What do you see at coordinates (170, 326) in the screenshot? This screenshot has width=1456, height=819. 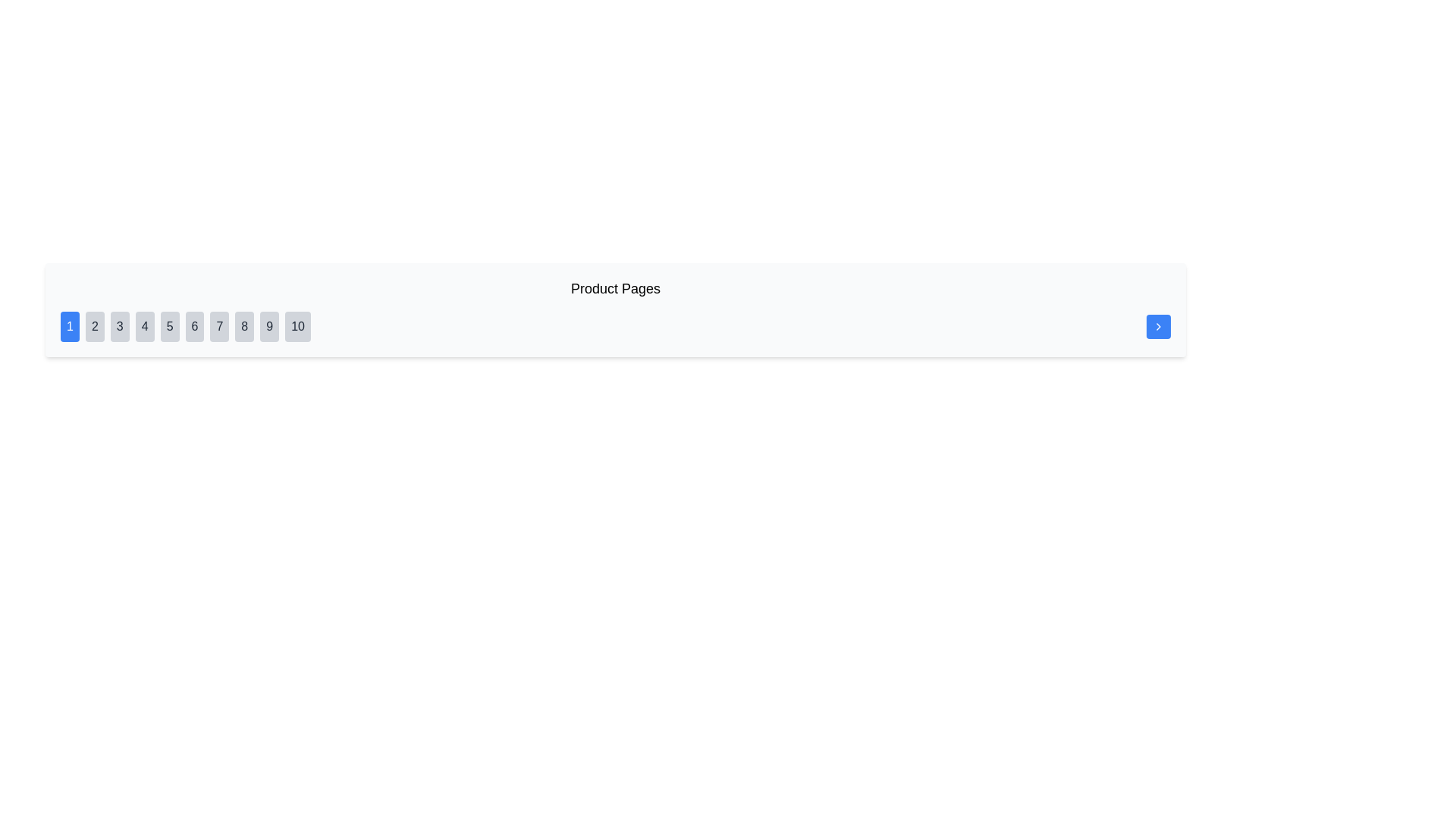 I see `the rectangular button labeled '5' with a rounded border` at bounding box center [170, 326].